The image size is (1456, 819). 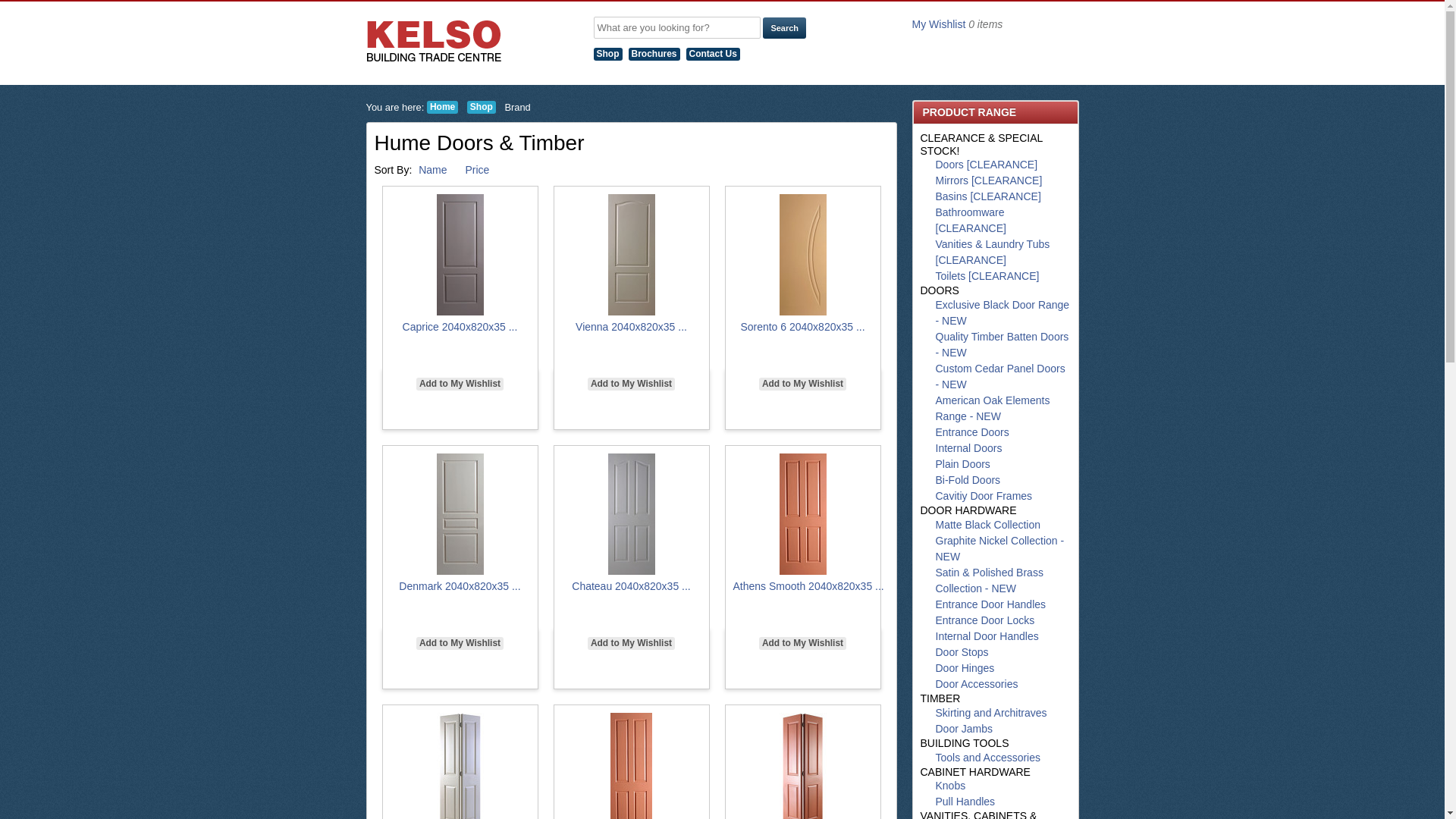 I want to click on 'Mirrors [CLEARANCE]', so click(x=989, y=180).